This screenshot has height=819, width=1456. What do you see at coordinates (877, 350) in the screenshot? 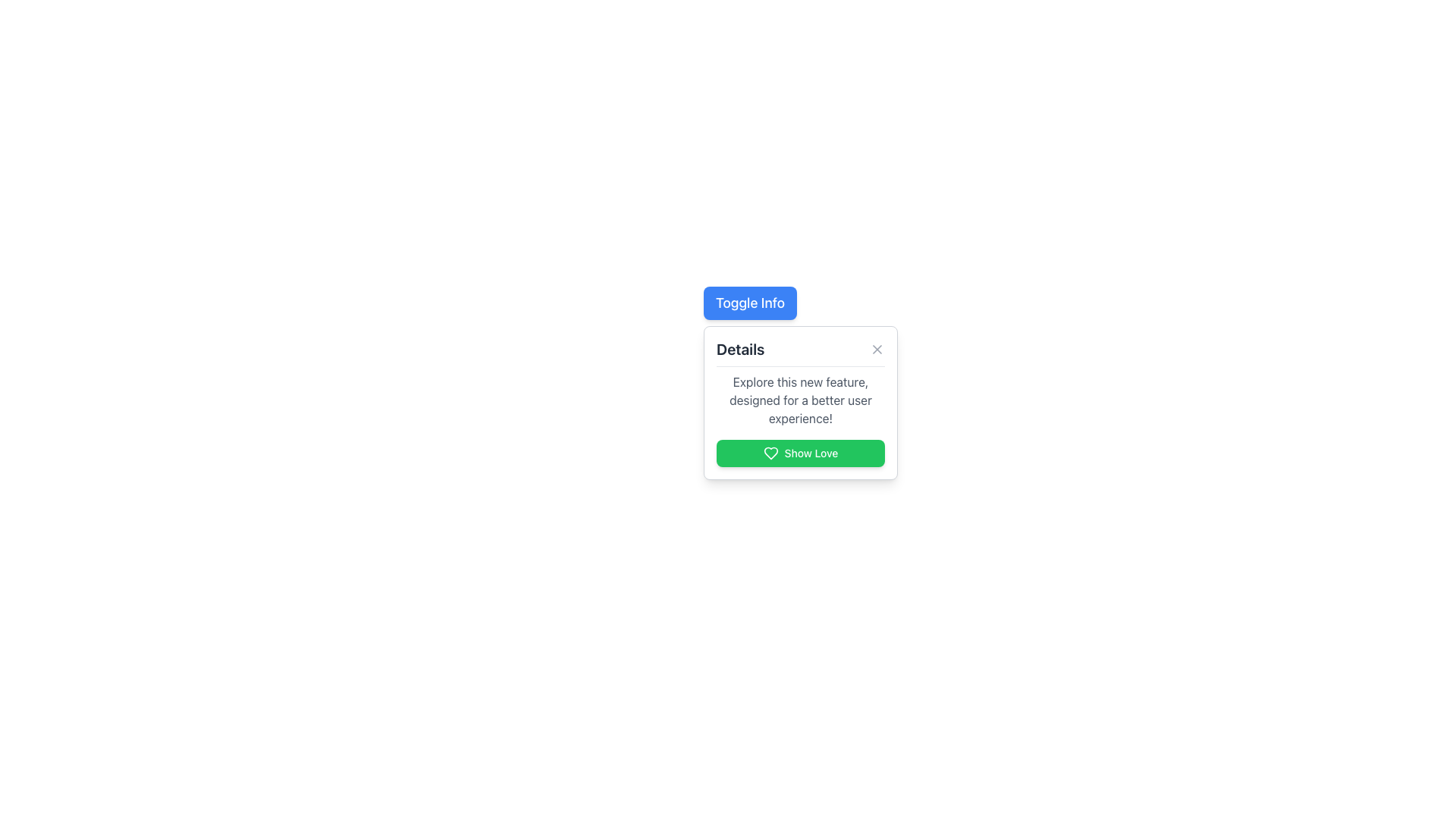
I see `the 'close' button located at the top-right corner of the 'Details' section to trigger styling changes` at bounding box center [877, 350].